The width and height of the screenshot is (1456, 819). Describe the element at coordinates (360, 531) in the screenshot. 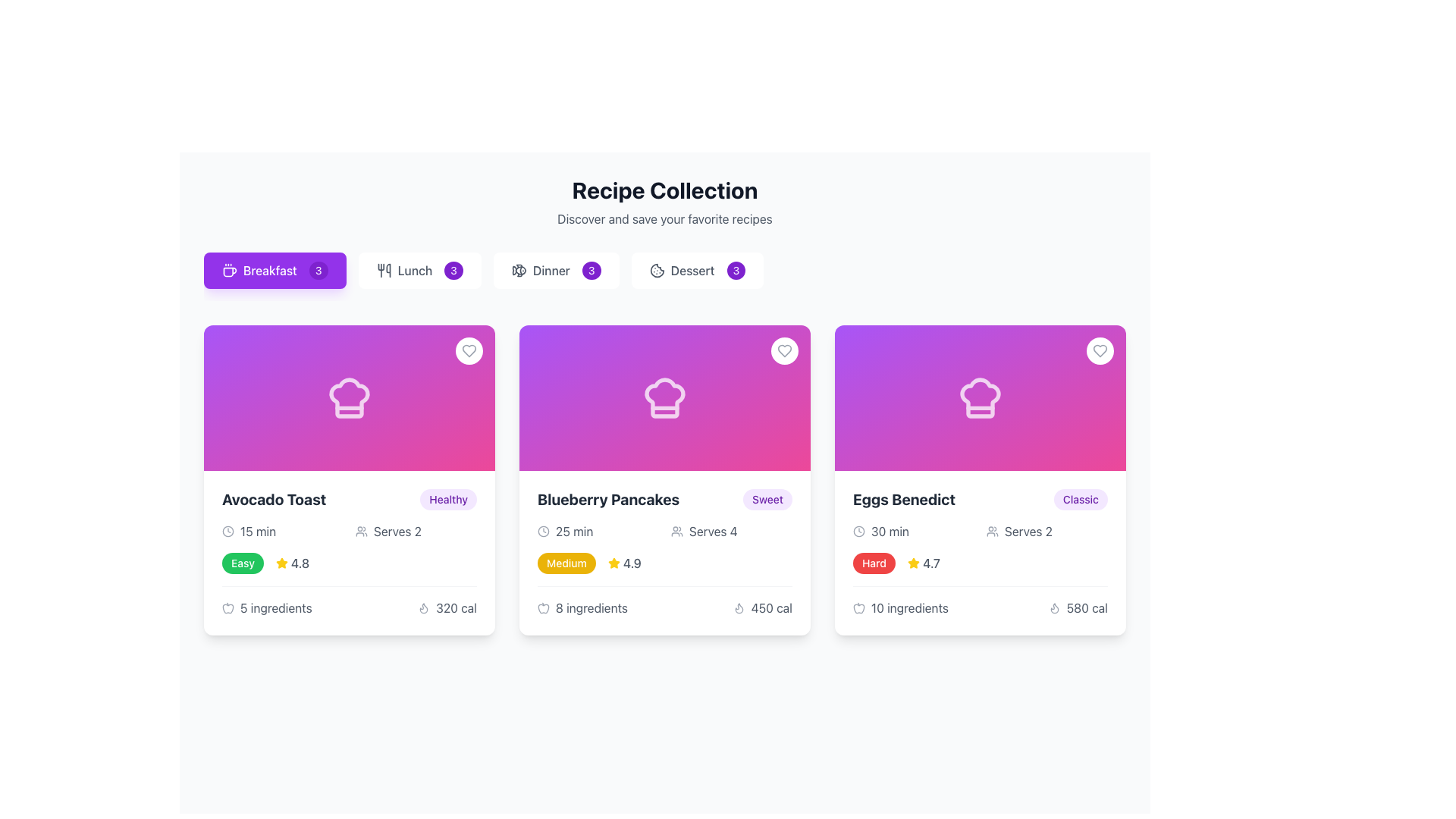

I see `the small group icon representing multiple users, which is located next to the text 'Serves 2' in the 'Avocado Toast' card` at that location.